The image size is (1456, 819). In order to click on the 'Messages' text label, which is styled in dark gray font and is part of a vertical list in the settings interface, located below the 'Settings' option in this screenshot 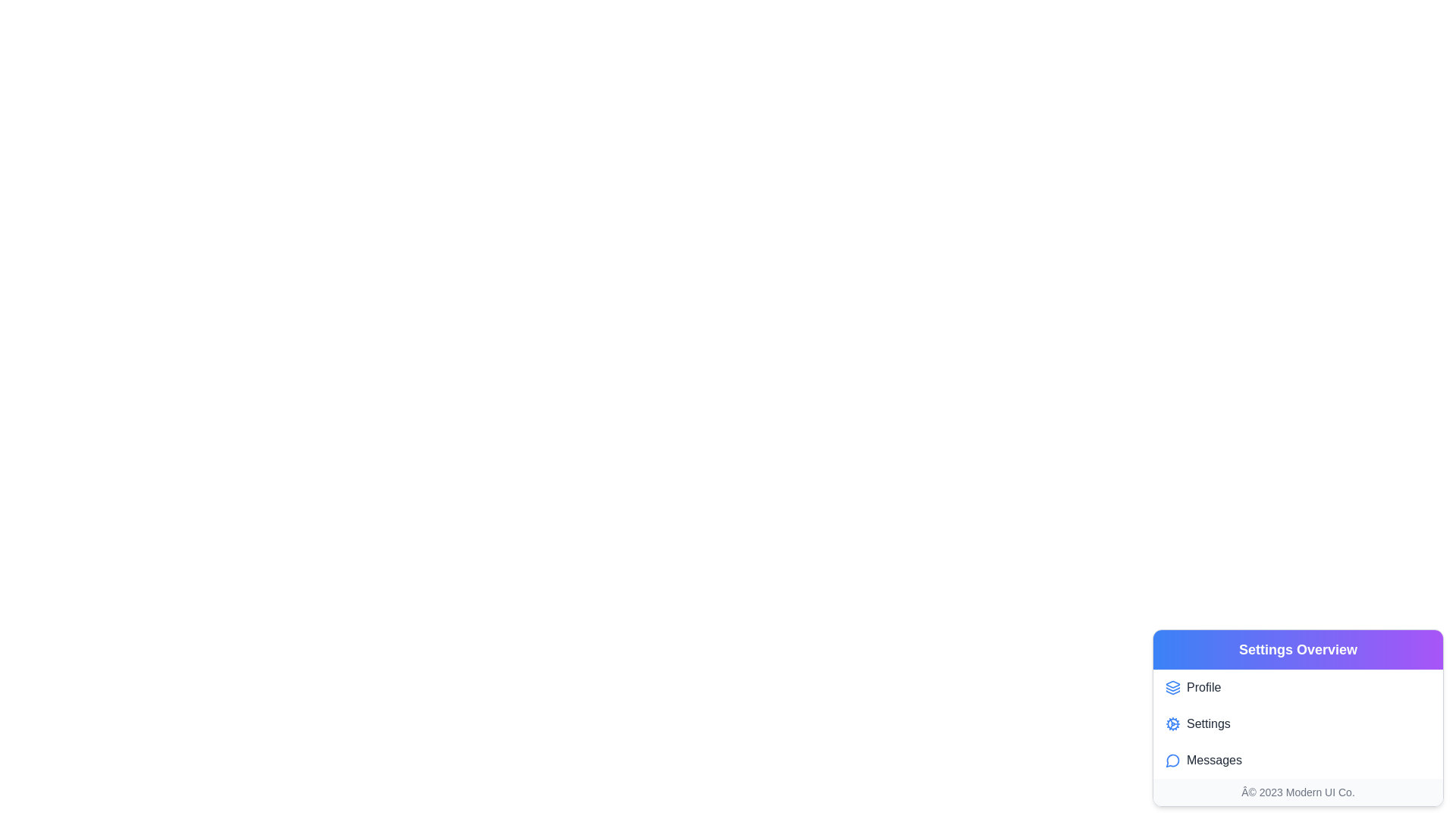, I will do `click(1214, 760)`.